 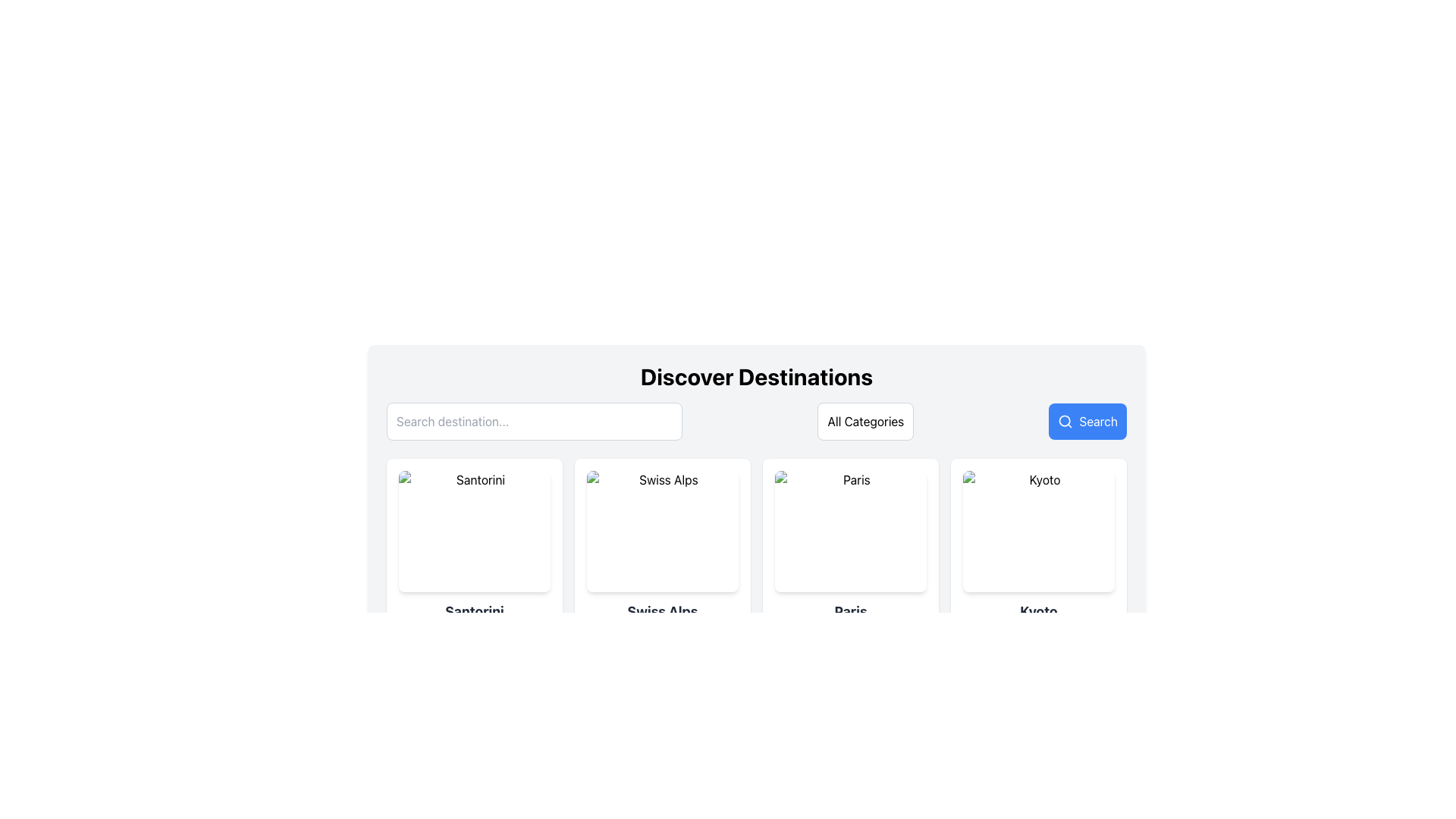 What do you see at coordinates (473, 557) in the screenshot?
I see `the interactive card for the travel destination 'Santorini' located` at bounding box center [473, 557].